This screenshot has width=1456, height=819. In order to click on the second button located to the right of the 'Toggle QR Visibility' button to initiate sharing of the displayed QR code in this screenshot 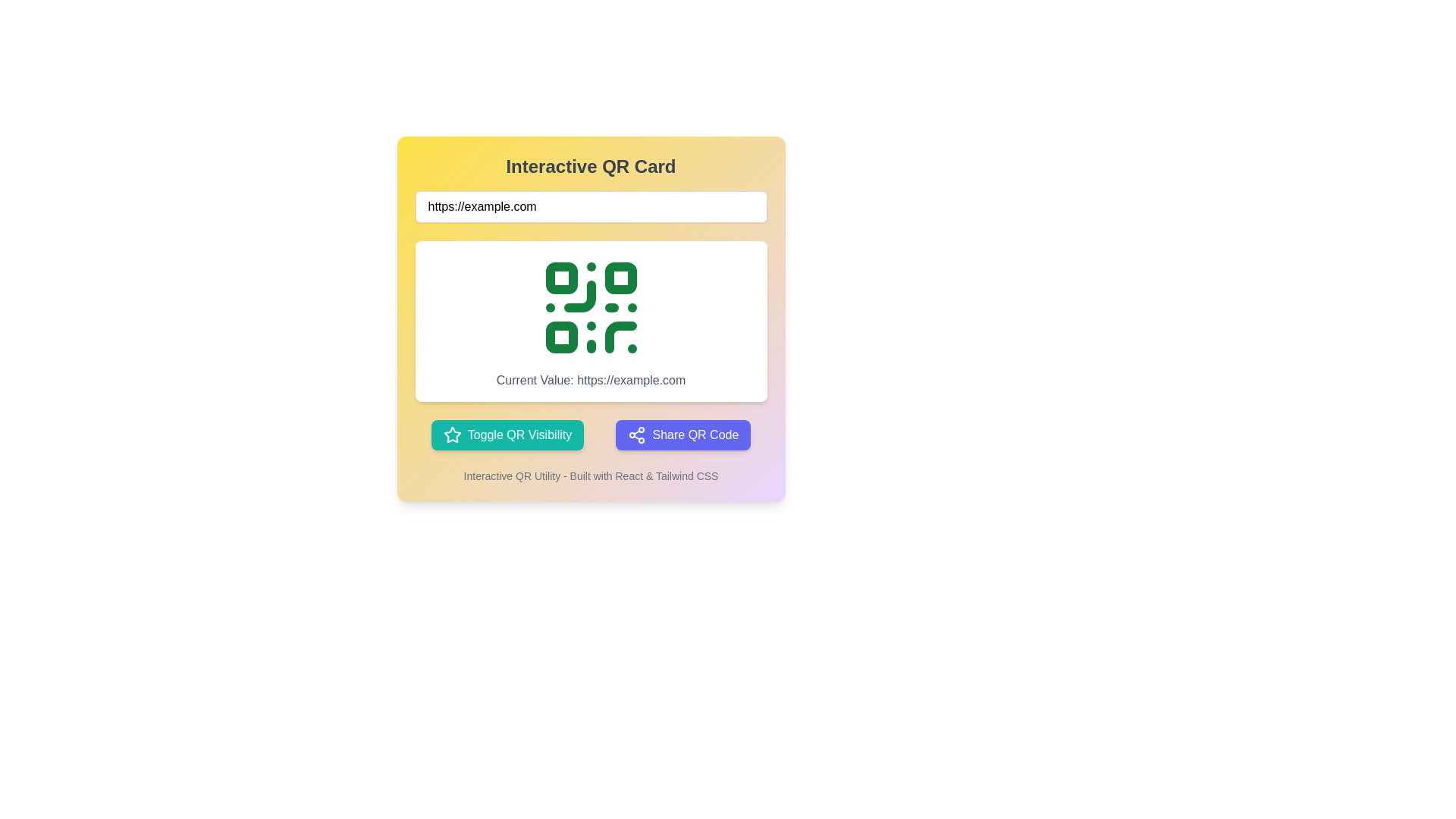, I will do `click(682, 435)`.